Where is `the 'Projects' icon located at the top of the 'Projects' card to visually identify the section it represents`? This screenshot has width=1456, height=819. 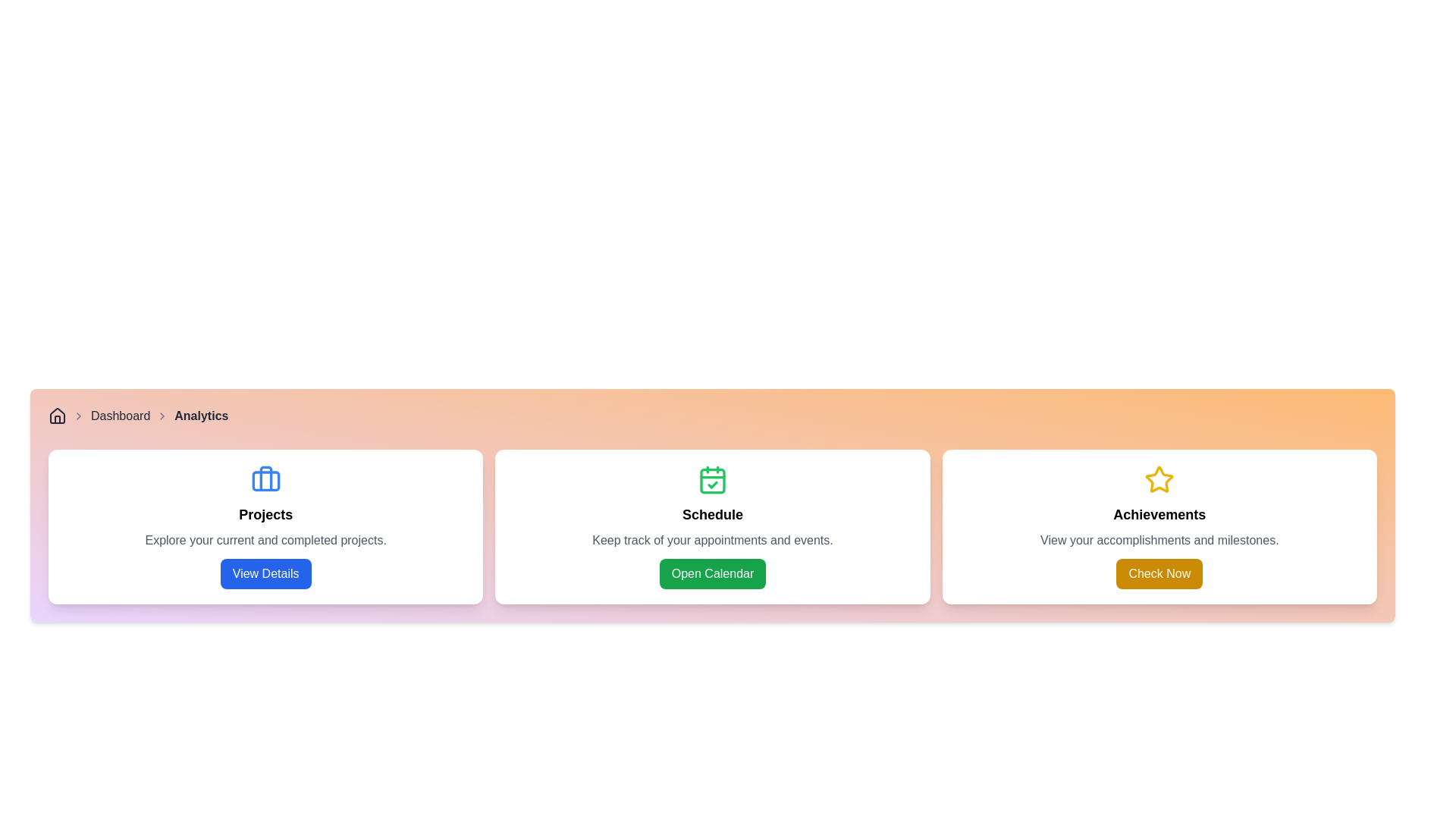 the 'Projects' icon located at the top of the 'Projects' card to visually identify the section it represents is located at coordinates (265, 479).